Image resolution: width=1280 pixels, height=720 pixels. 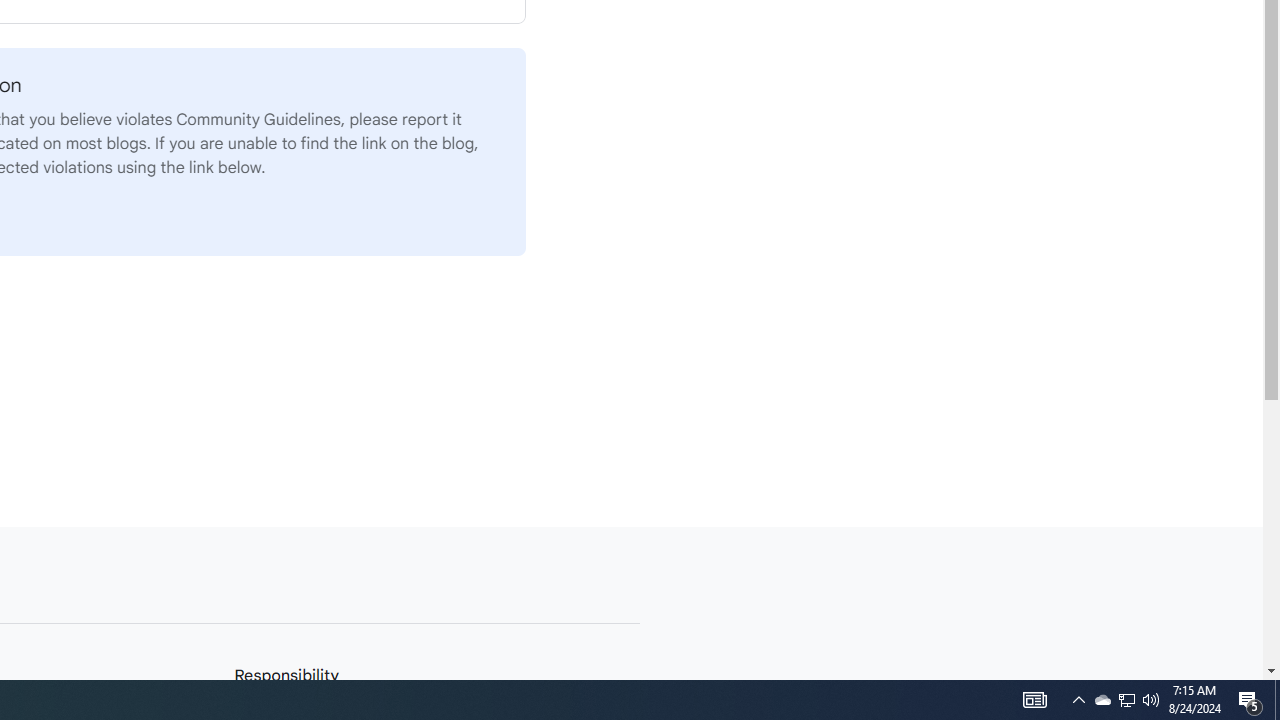 What do you see at coordinates (1250, 698) in the screenshot?
I see `'Show desktop'` at bounding box center [1250, 698].